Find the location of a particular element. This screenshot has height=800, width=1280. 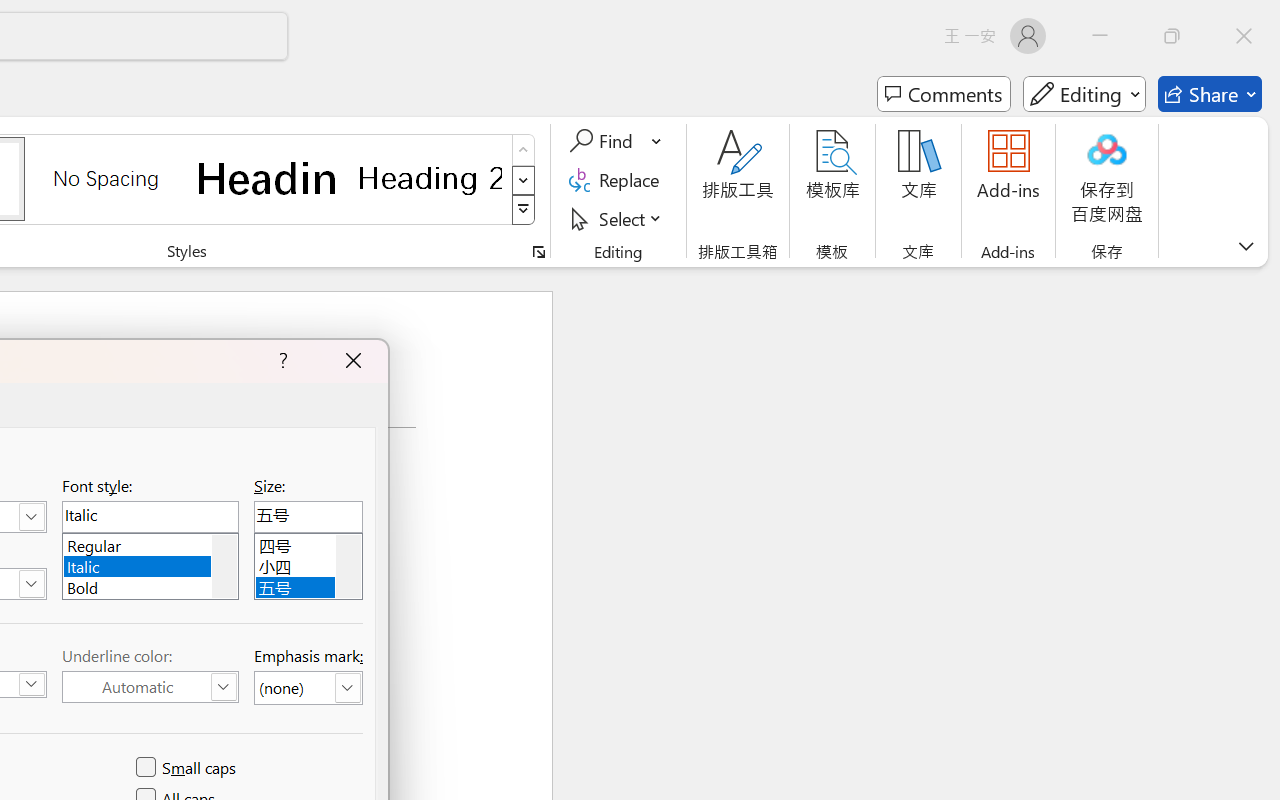

'Underline Color (Automatic)' is located at coordinates (149, 687).